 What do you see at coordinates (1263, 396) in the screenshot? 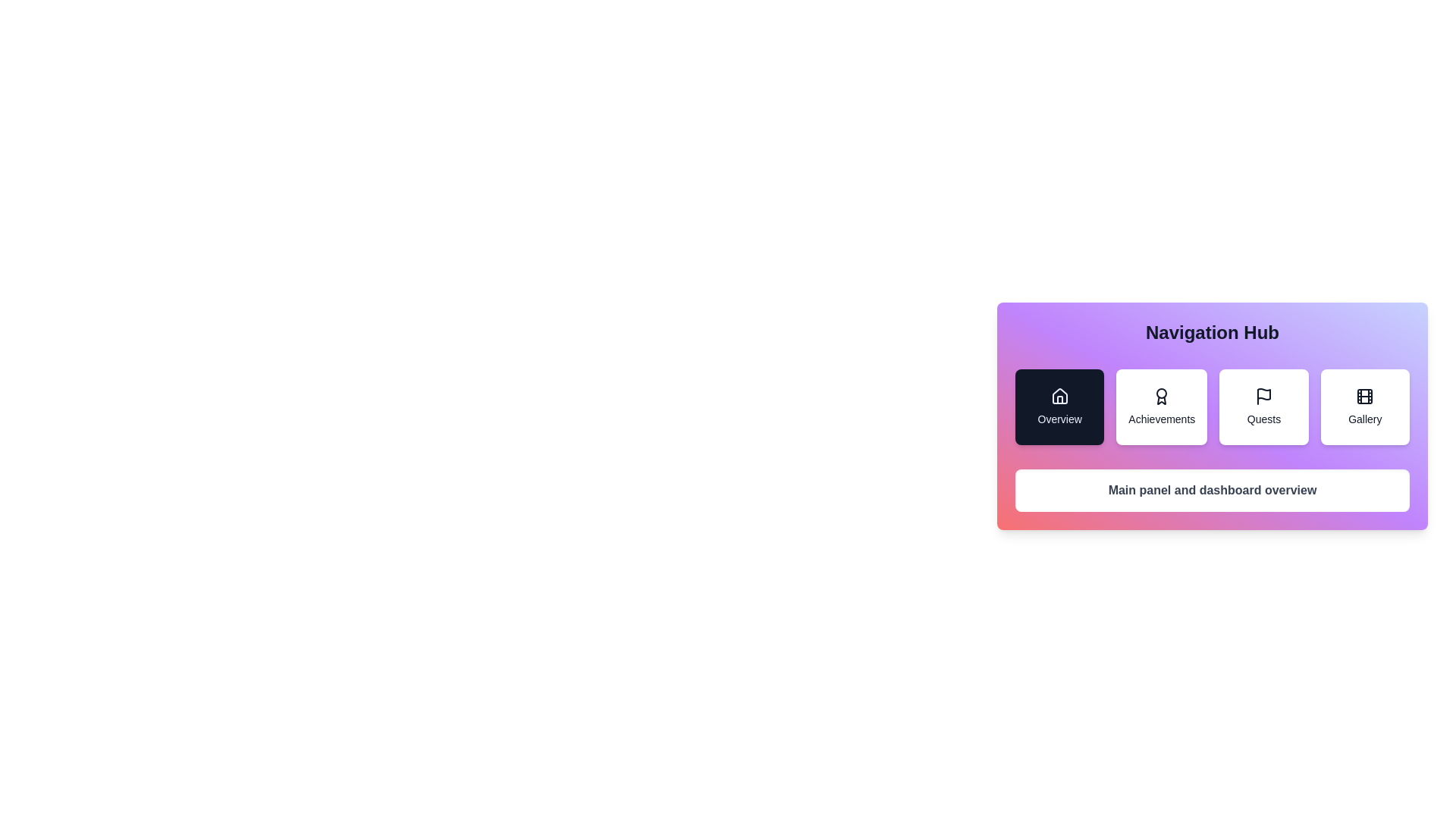
I see `the decorative icon representing 'Quests' located at the top-center of the 'Quests' card, which is the third card in a row of four cards below the 'Navigation Hub' title` at bounding box center [1263, 396].